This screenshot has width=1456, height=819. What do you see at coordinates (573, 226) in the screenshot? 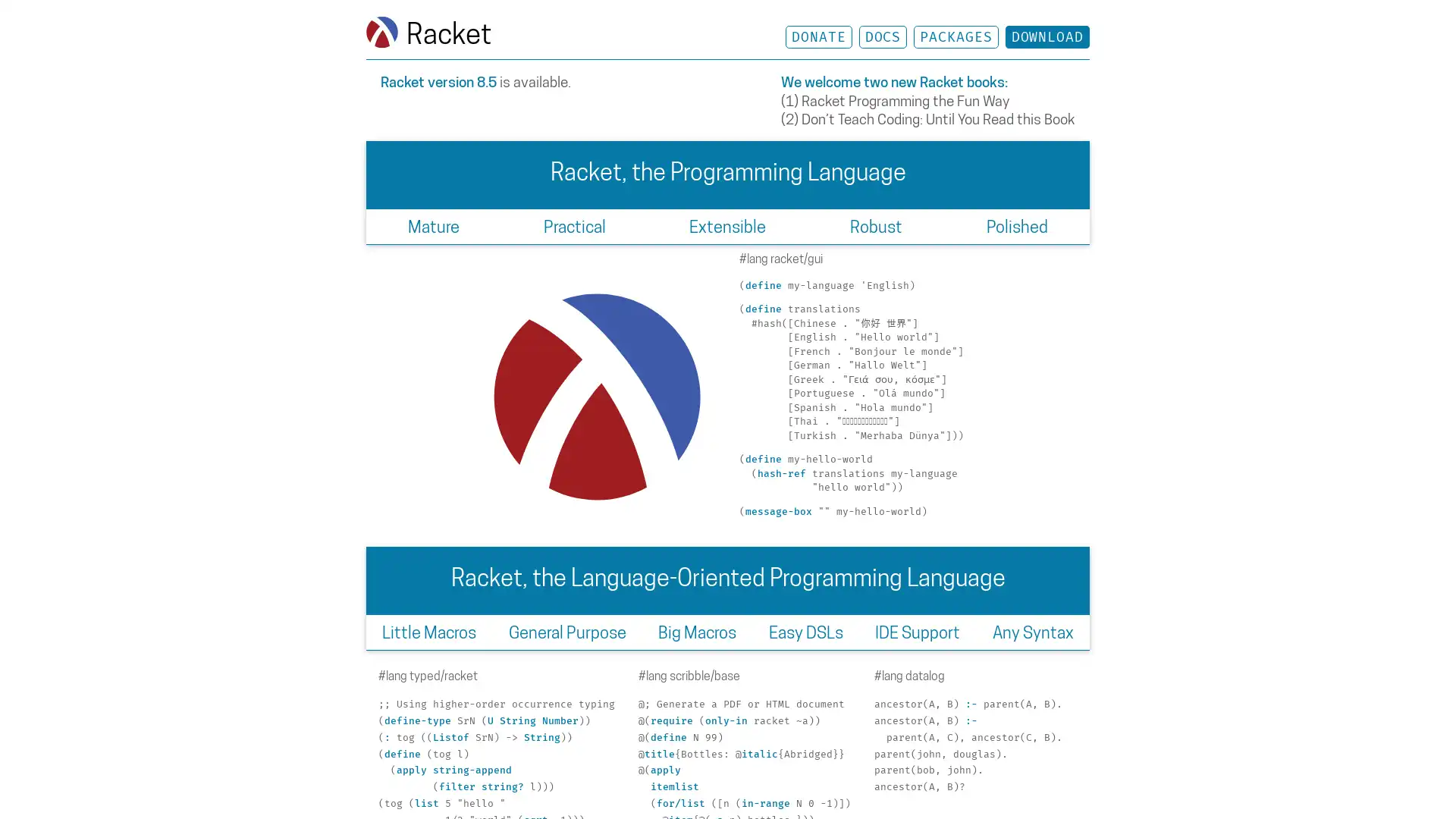
I see `Practical` at bounding box center [573, 226].